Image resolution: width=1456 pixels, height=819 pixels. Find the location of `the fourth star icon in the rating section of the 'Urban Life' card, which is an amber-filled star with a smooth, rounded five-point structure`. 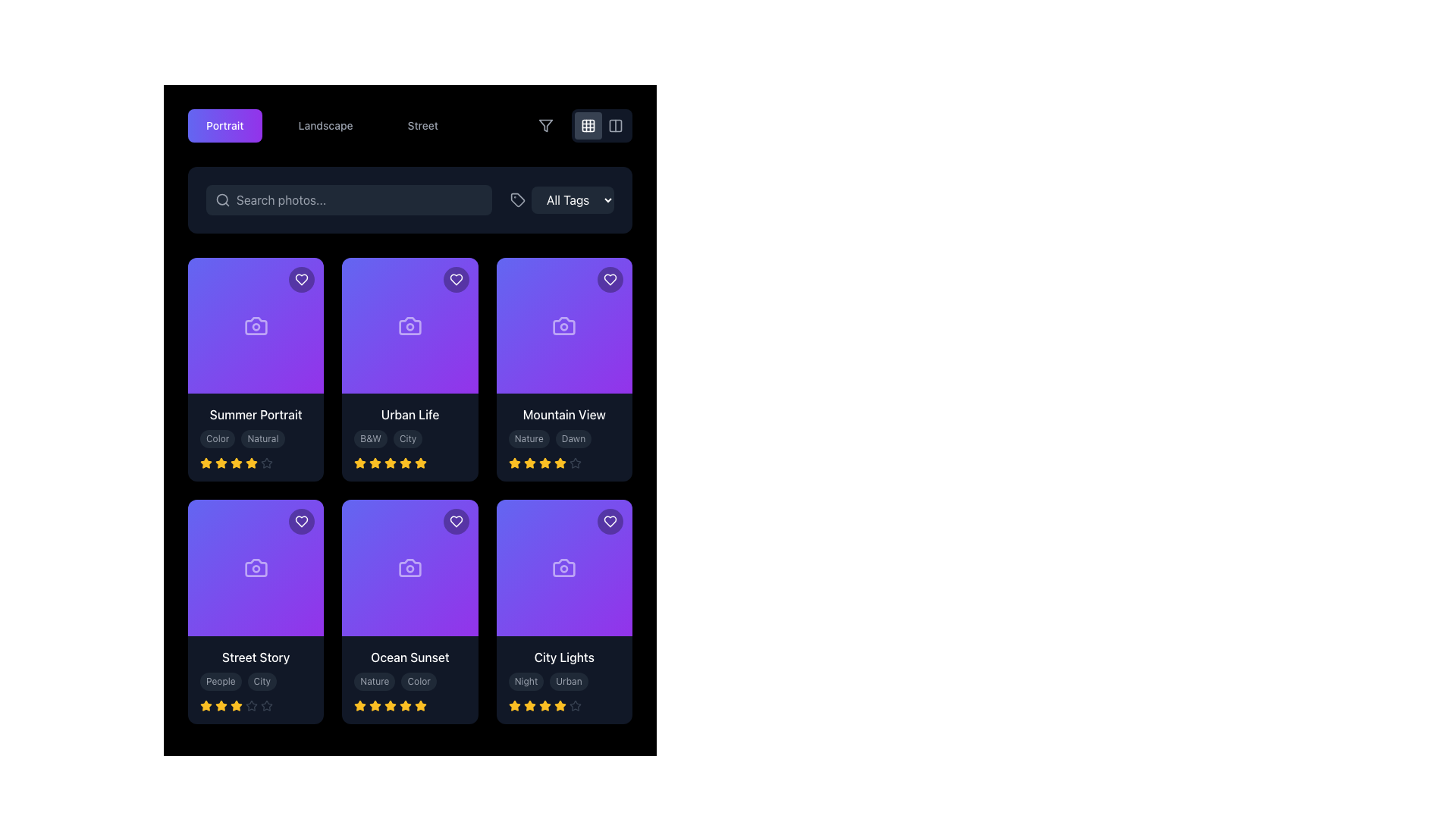

the fourth star icon in the rating section of the 'Urban Life' card, which is an amber-filled star with a smooth, rounded five-point structure is located at coordinates (421, 463).